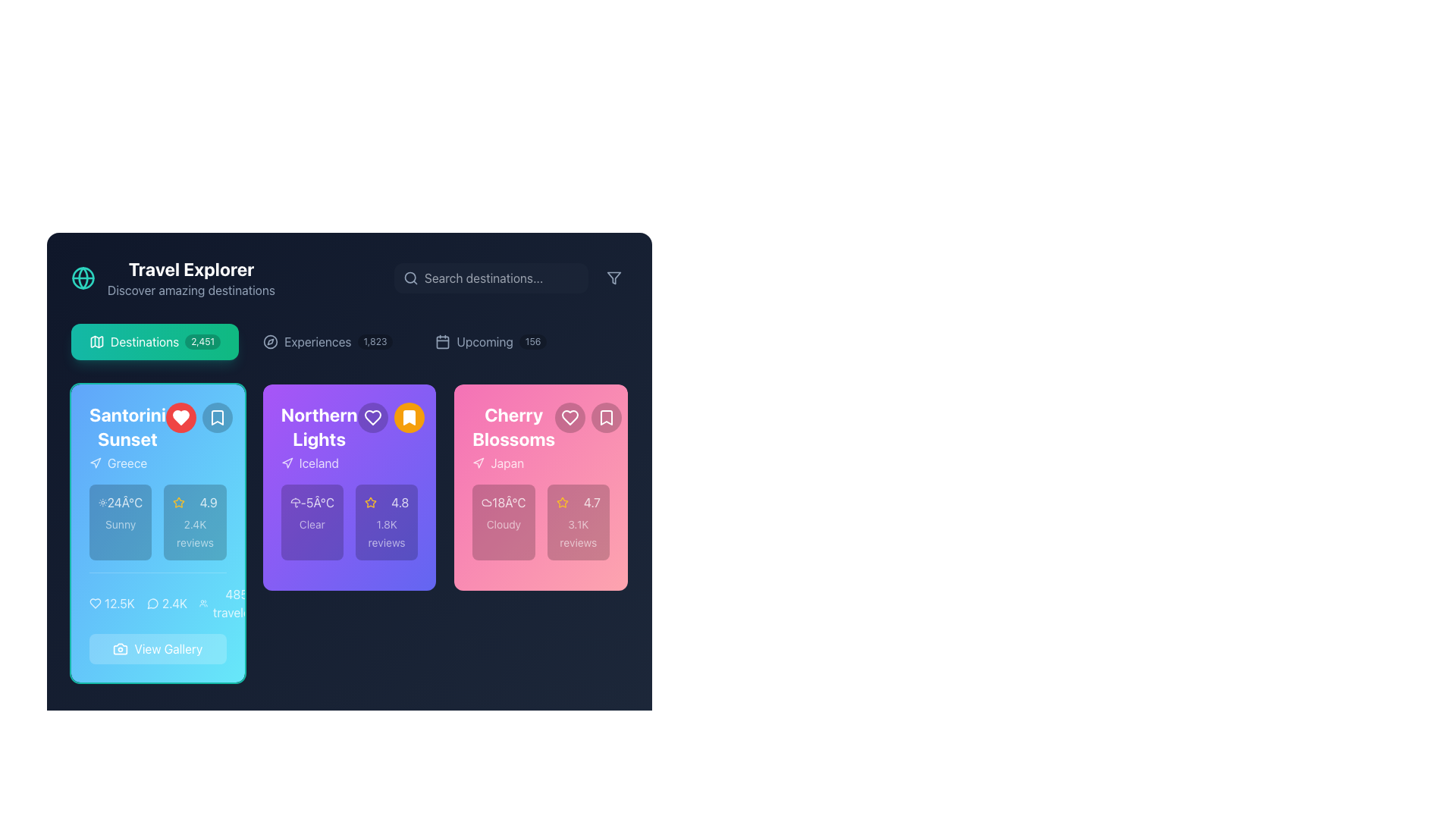 Image resolution: width=1456 pixels, height=819 pixels. Describe the element at coordinates (510, 278) in the screenshot. I see `the magnifying glass icon located to the left of the search input field, which features a placeholder text 'Search destinations...' and is styled with a dark background and rounded edges` at that location.